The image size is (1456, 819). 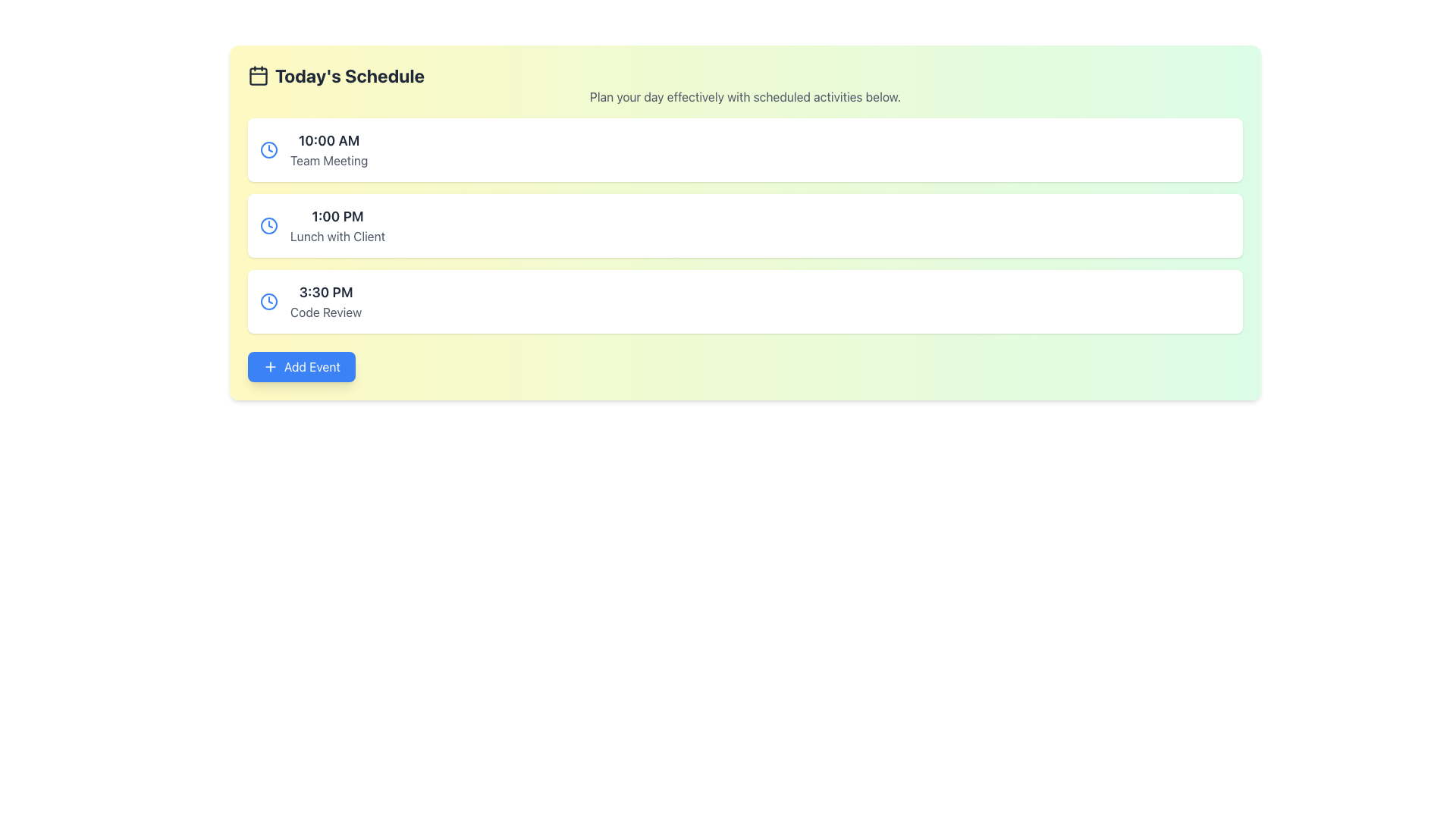 I want to click on the circular element within the clock icon, which is part of a scheduled event list item, so click(x=269, y=225).